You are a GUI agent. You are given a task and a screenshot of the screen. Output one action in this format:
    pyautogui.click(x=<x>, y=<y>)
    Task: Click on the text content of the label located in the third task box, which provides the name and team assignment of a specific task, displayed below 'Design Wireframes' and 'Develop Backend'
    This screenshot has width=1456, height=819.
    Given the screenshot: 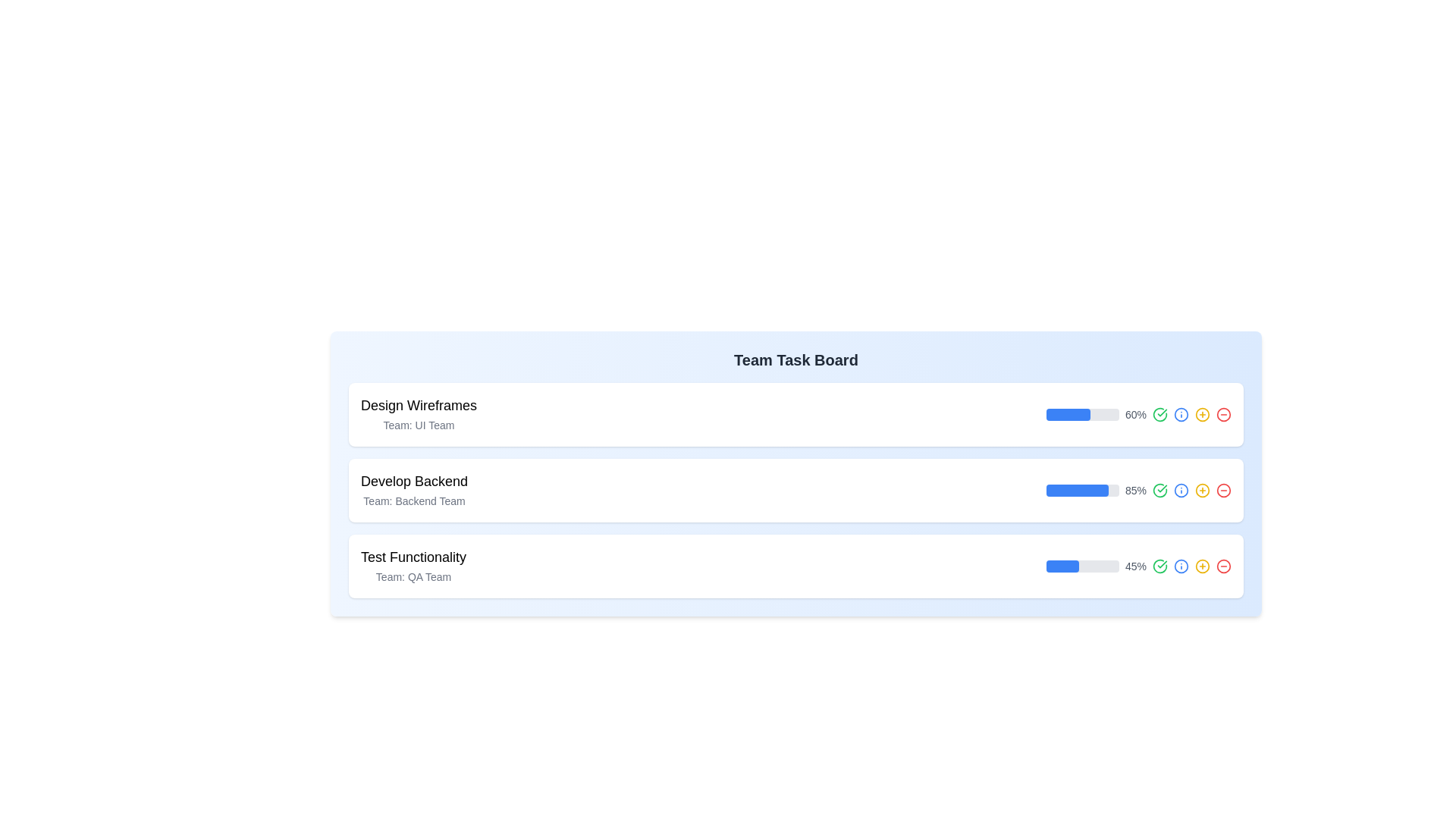 What is the action you would take?
    pyautogui.click(x=413, y=566)
    